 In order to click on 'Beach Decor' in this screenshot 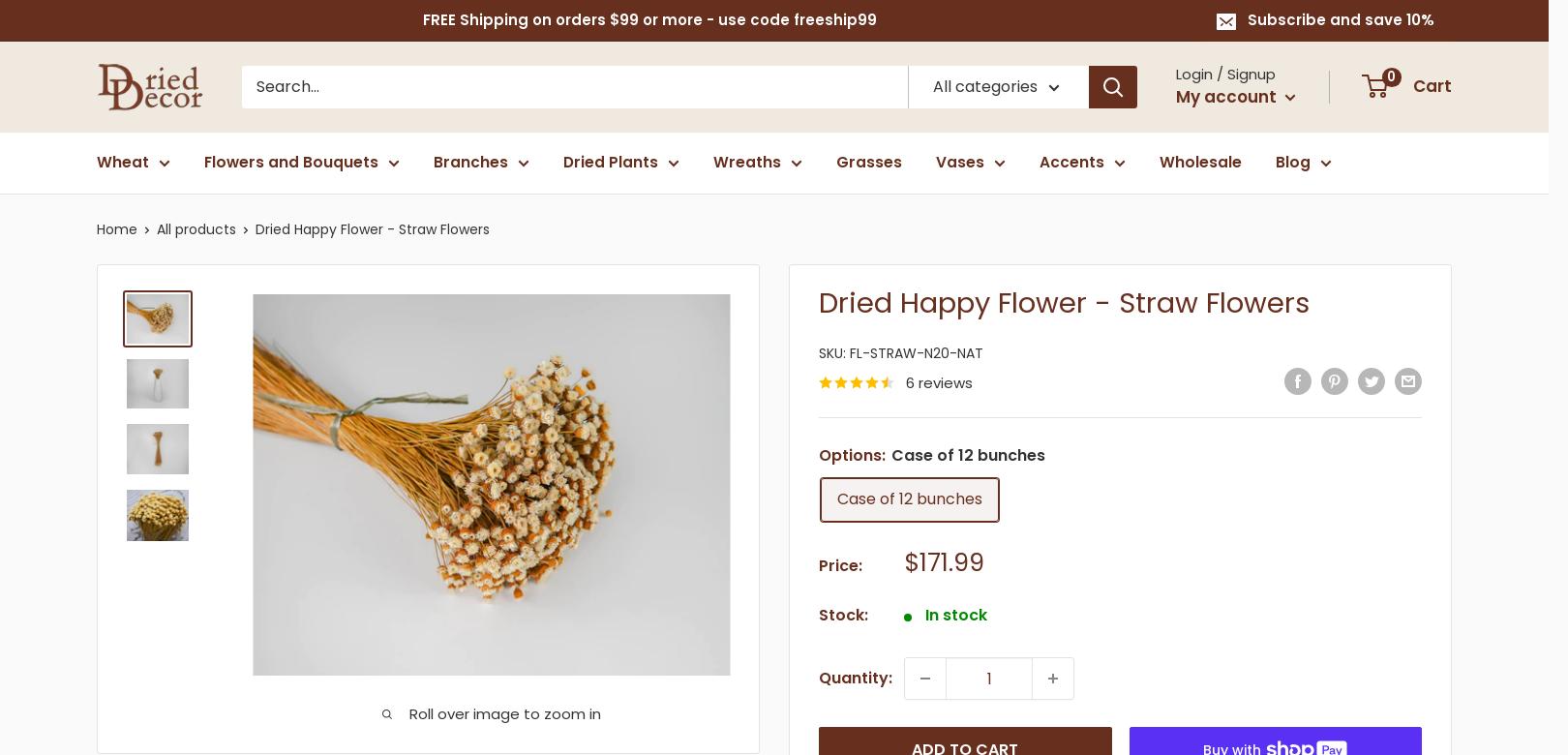, I will do `click(1094, 355)`.